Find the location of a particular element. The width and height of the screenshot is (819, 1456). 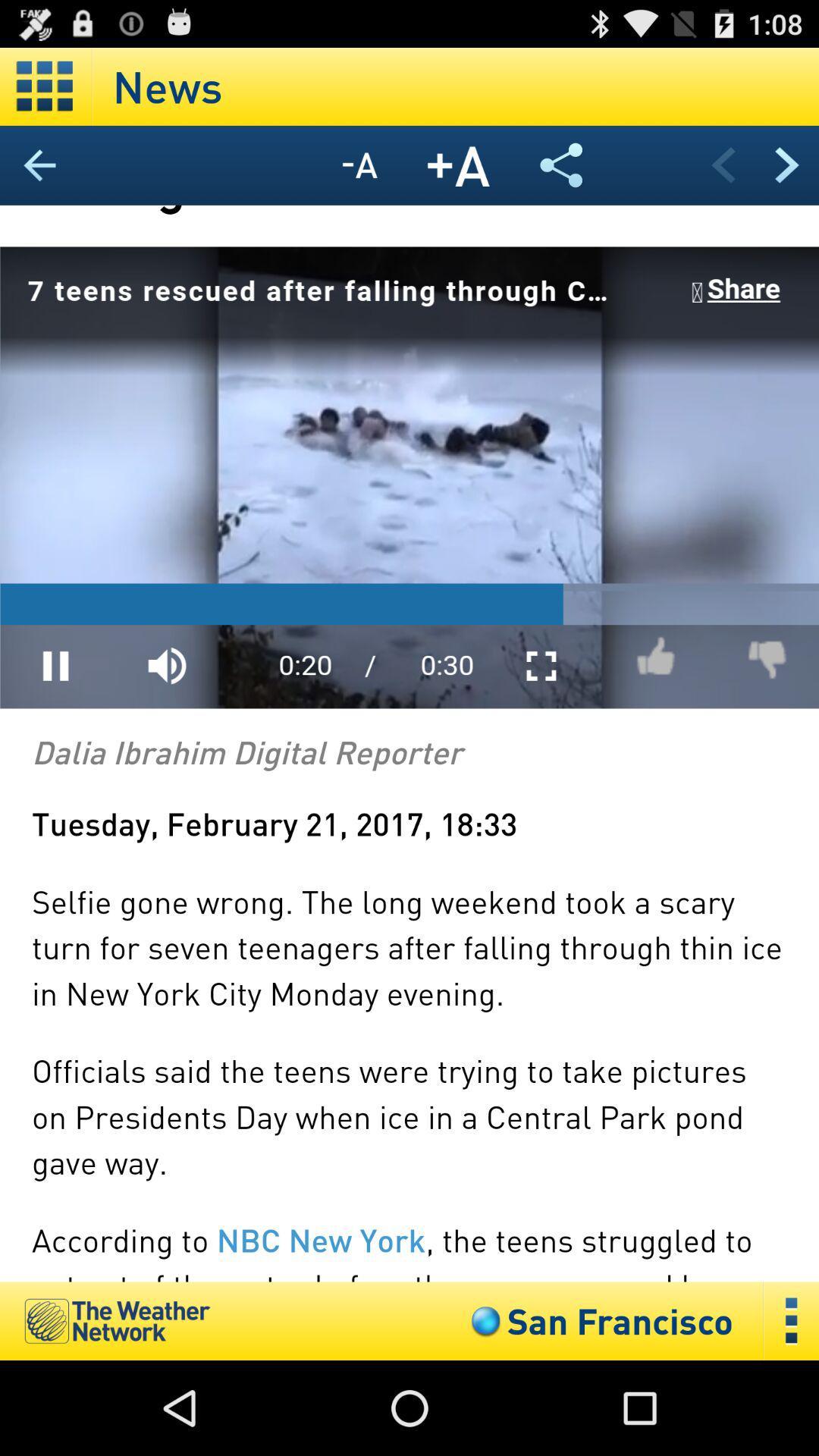

make text smaller is located at coordinates (359, 165).